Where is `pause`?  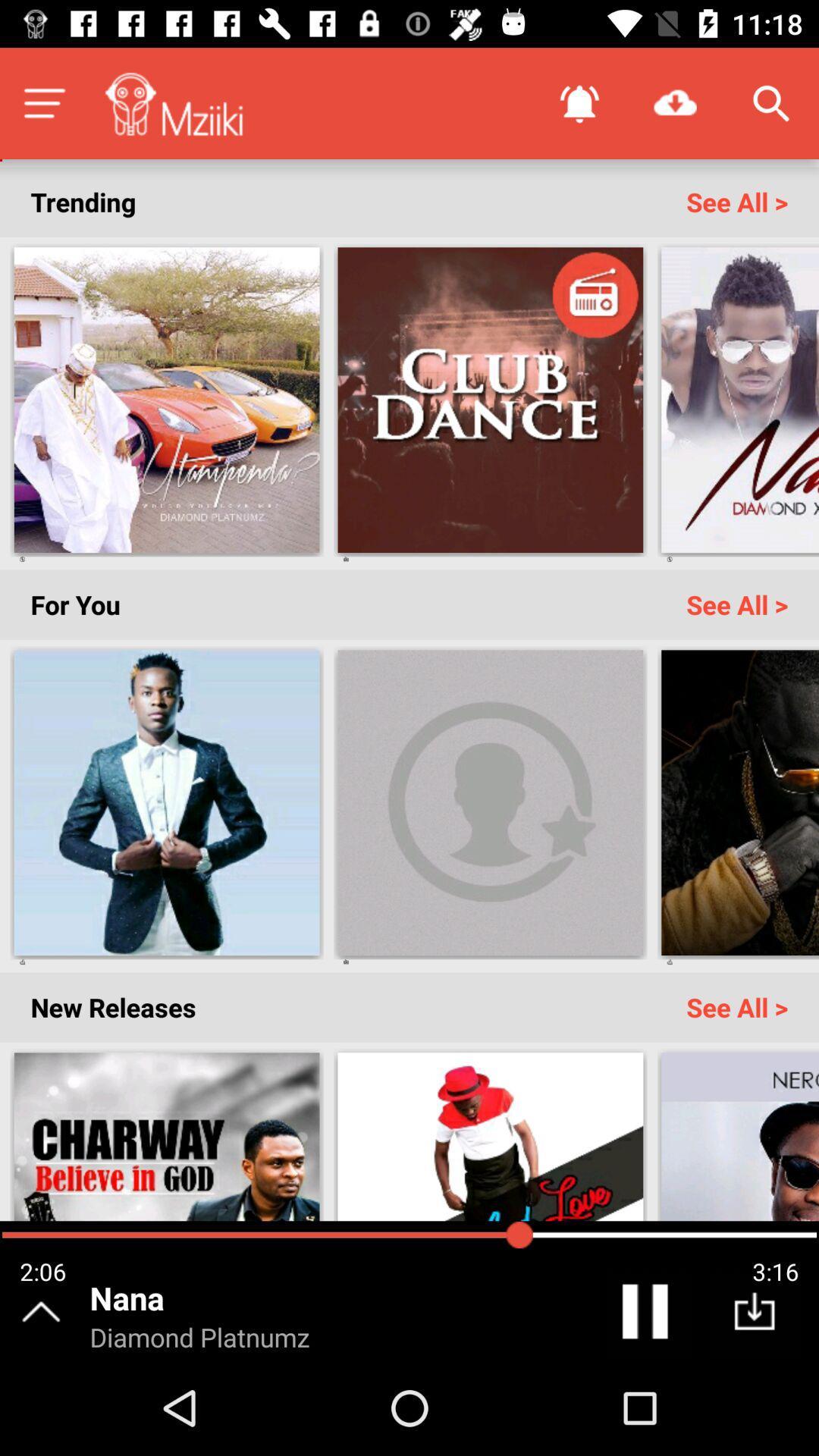 pause is located at coordinates (648, 1314).